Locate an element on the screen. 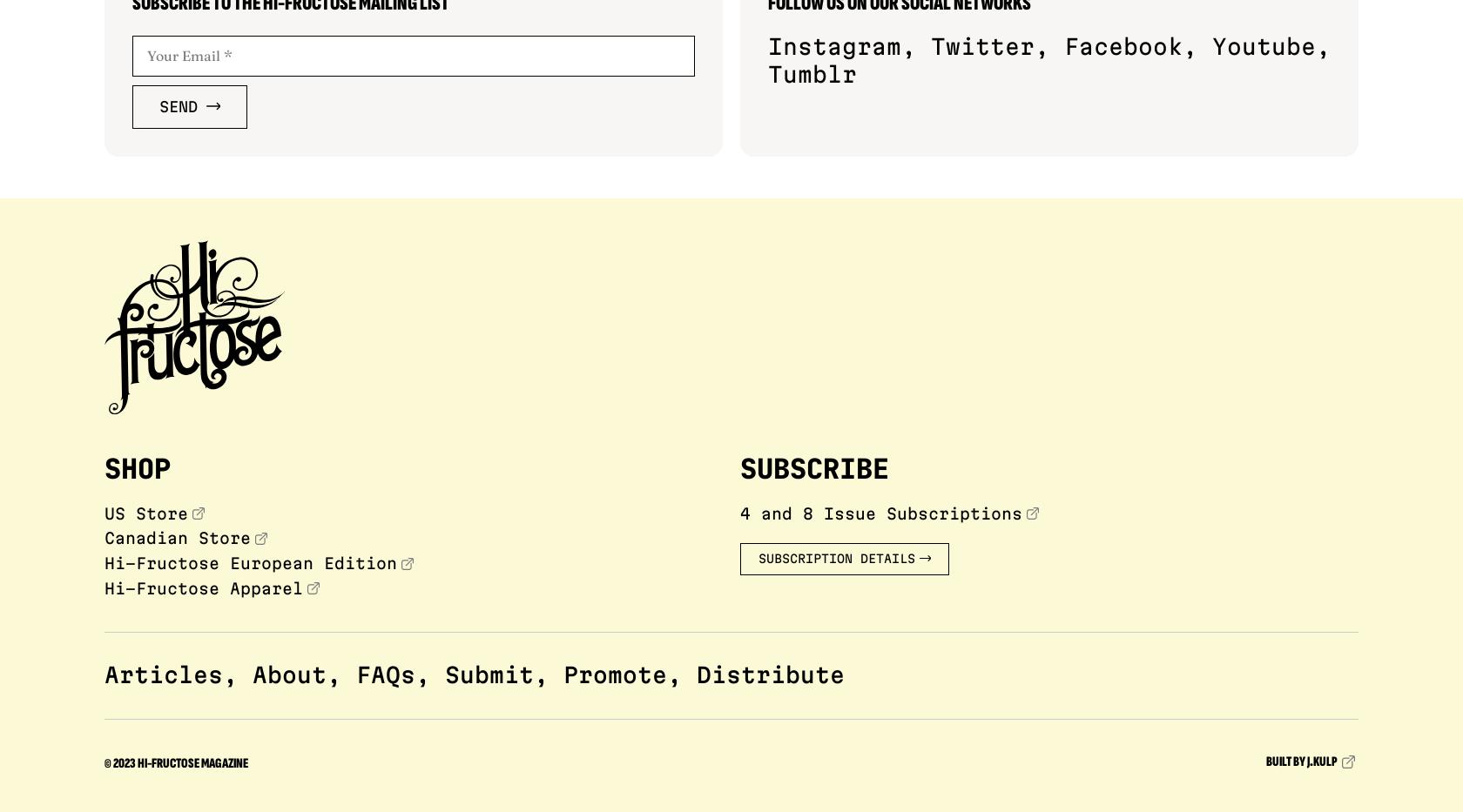 Image resolution: width=1463 pixels, height=812 pixels. 'Instagram' is located at coordinates (834, 44).